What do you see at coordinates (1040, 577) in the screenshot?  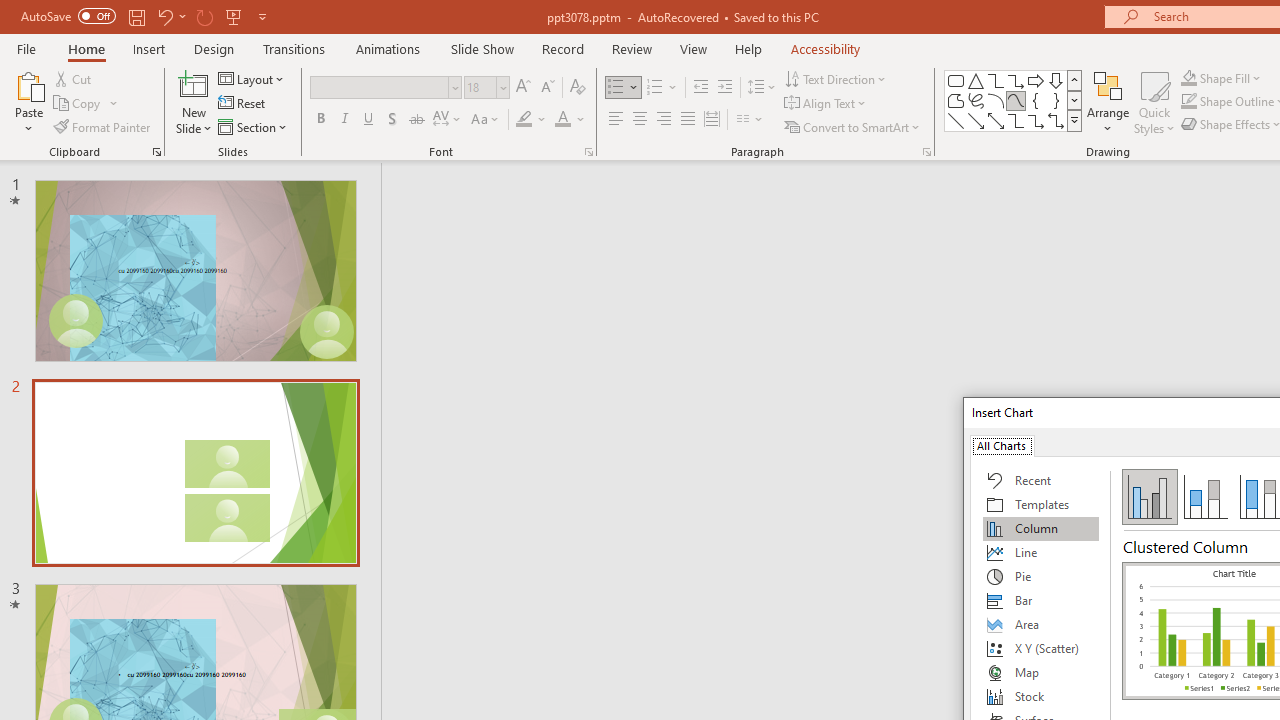 I see `'Pie'` at bounding box center [1040, 577].